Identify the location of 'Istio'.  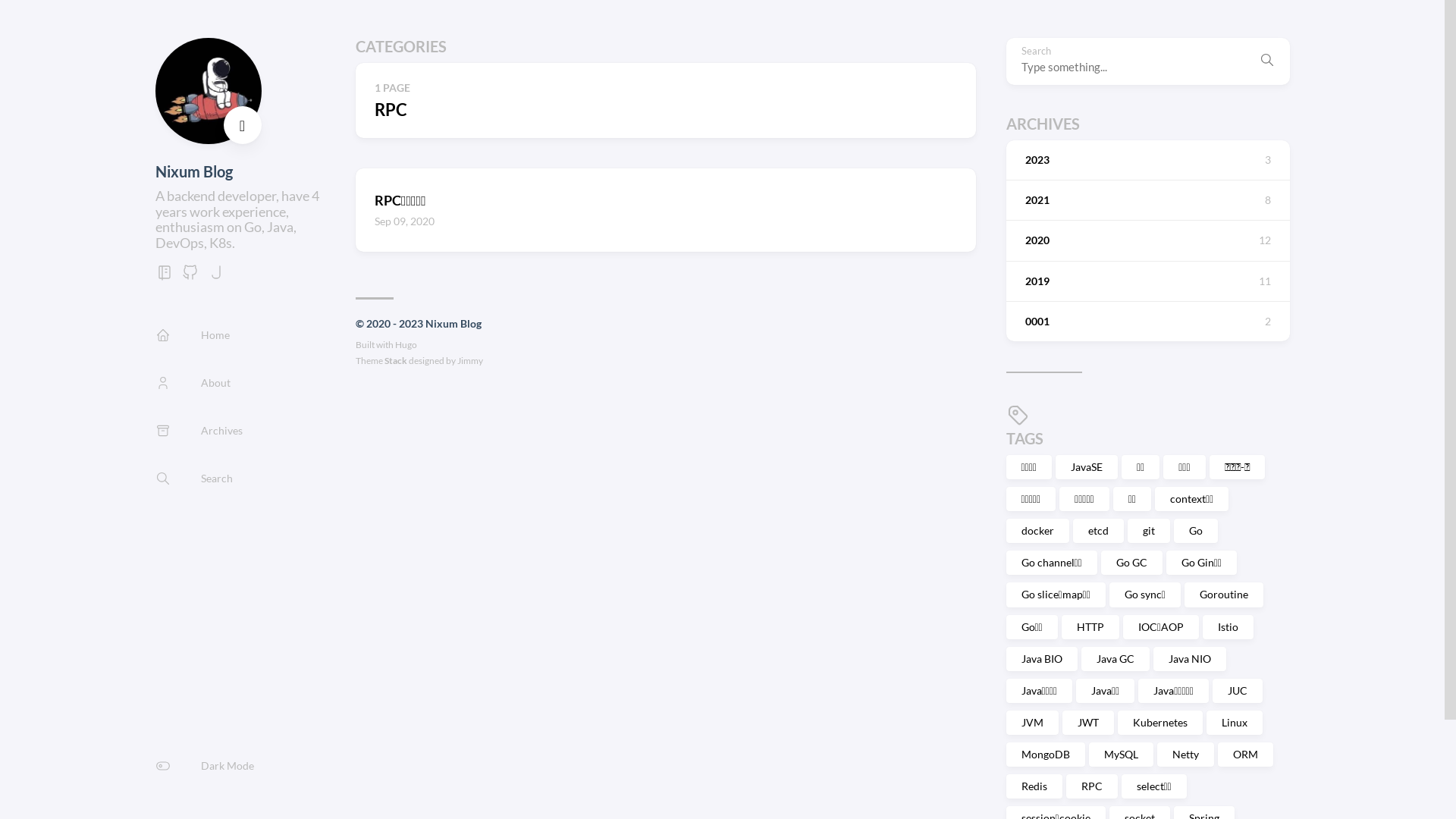
(1228, 626).